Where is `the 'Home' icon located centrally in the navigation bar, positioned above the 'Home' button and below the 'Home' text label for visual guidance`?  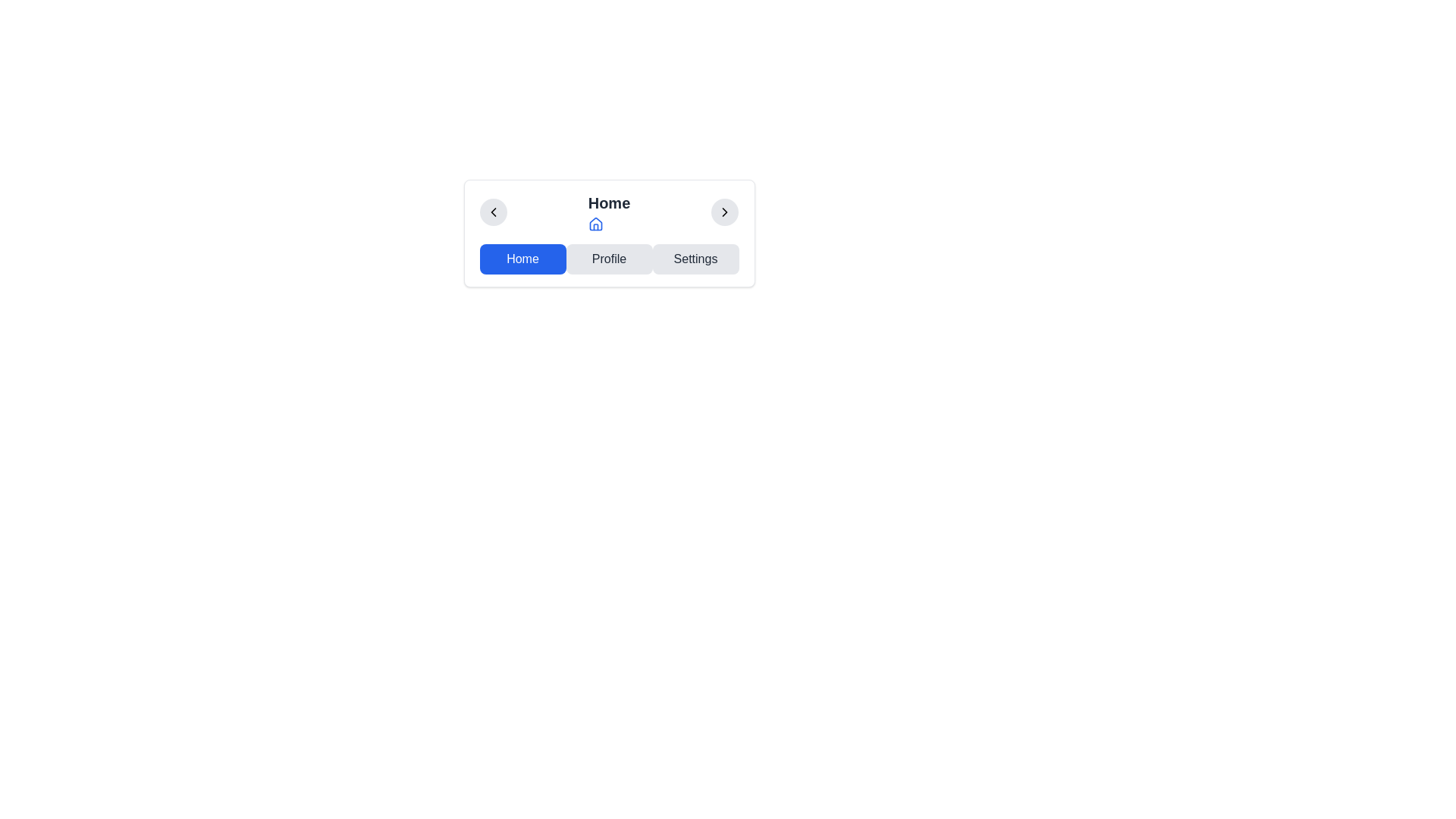
the 'Home' icon located centrally in the navigation bar, positioned above the 'Home' button and below the 'Home' text label for visual guidance is located at coordinates (595, 224).